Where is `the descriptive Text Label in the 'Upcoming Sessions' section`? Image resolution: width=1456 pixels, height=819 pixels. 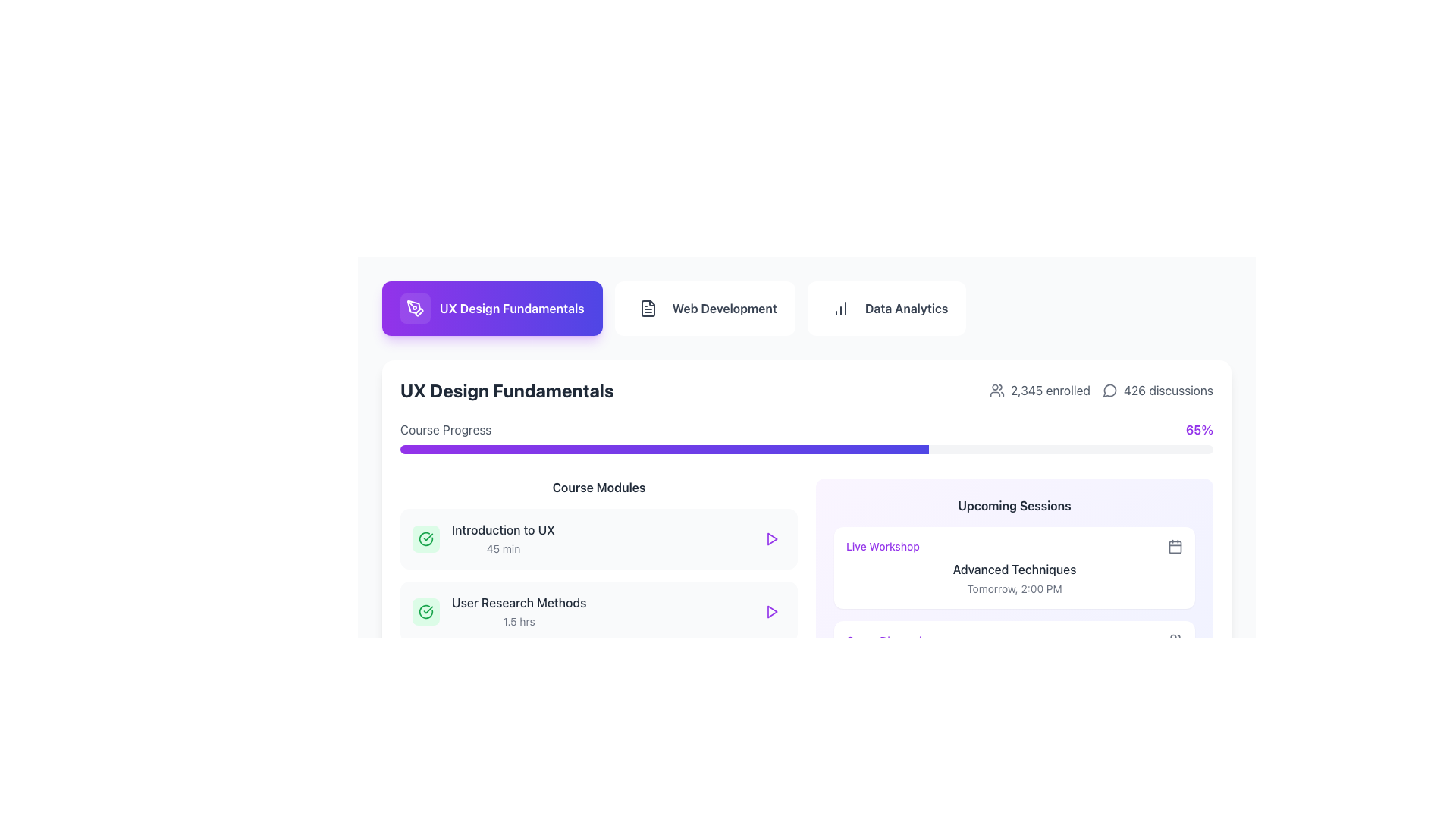 the descriptive Text Label in the 'Upcoming Sessions' section is located at coordinates (883, 547).